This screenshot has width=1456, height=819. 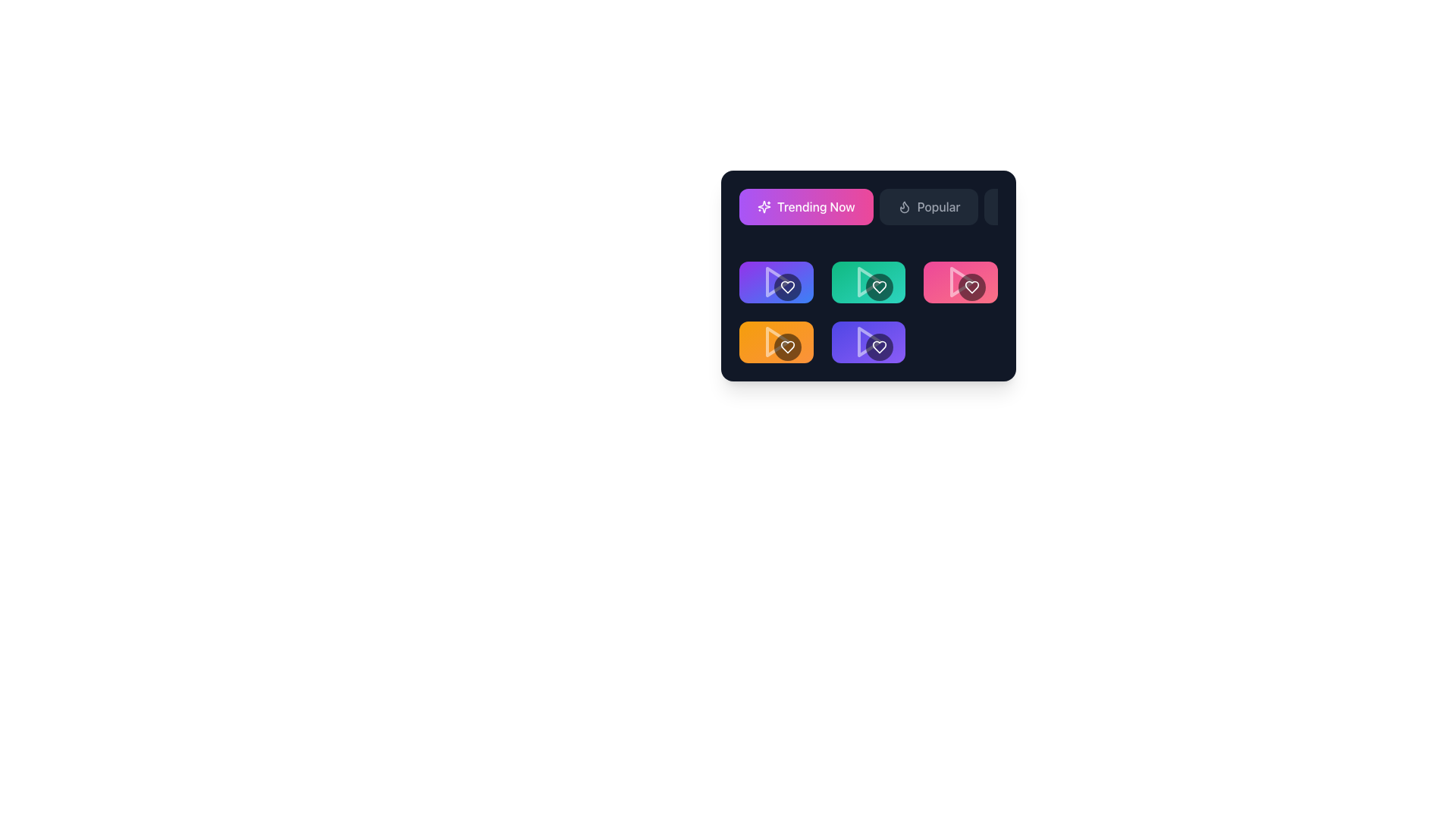 I want to click on the hollow bookmark icon located in the rightmost pink card of the media grid under the 'Trending Now' and 'Popular' tabs, so click(x=1001, y=275).